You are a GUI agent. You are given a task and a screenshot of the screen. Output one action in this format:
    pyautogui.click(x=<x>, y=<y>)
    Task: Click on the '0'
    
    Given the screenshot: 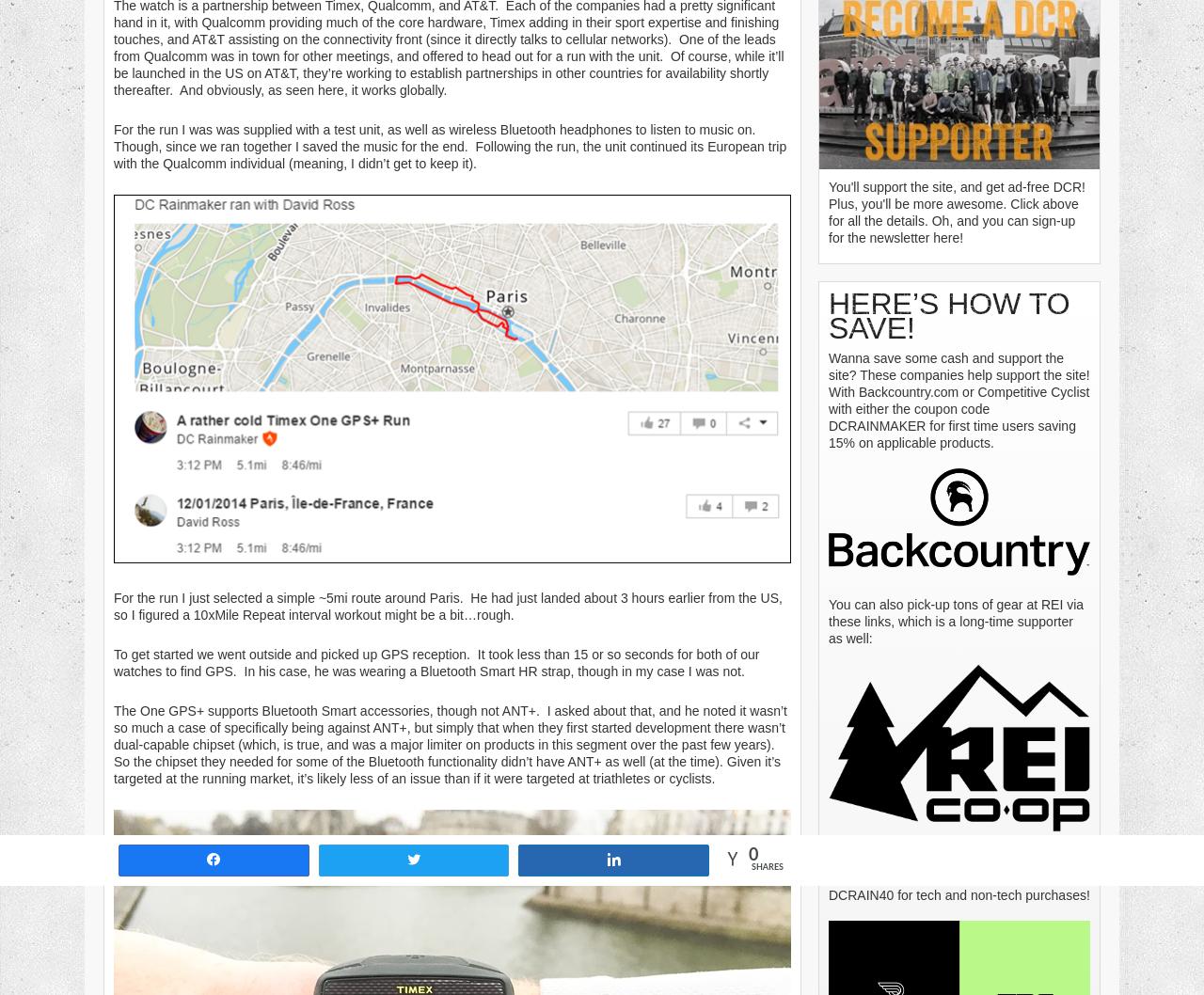 What is the action you would take?
    pyautogui.click(x=753, y=855)
    